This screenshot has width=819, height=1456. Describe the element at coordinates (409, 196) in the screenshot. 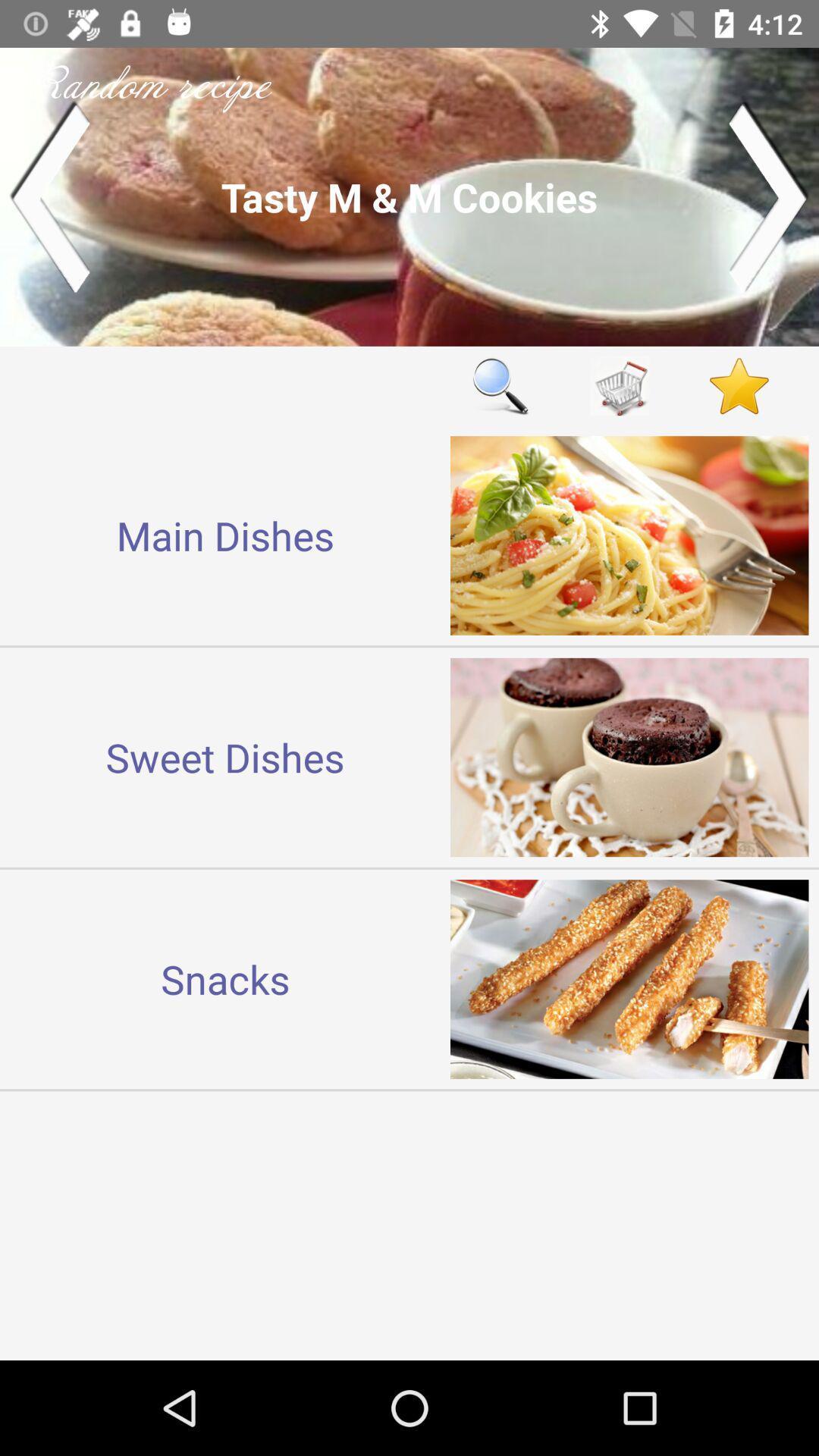

I see `recipe` at that location.